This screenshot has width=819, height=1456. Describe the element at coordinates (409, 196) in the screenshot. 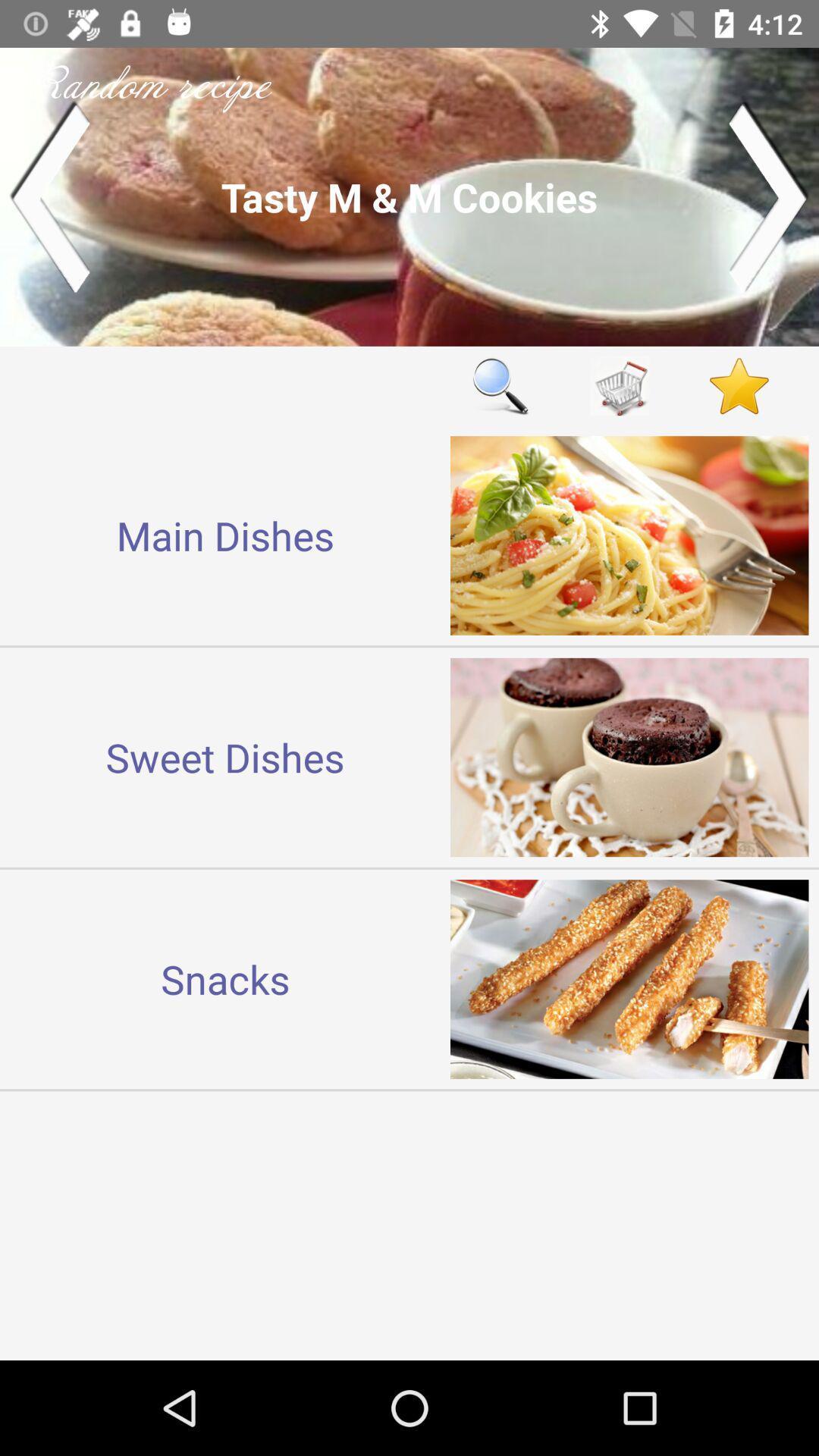

I see `recipe` at that location.